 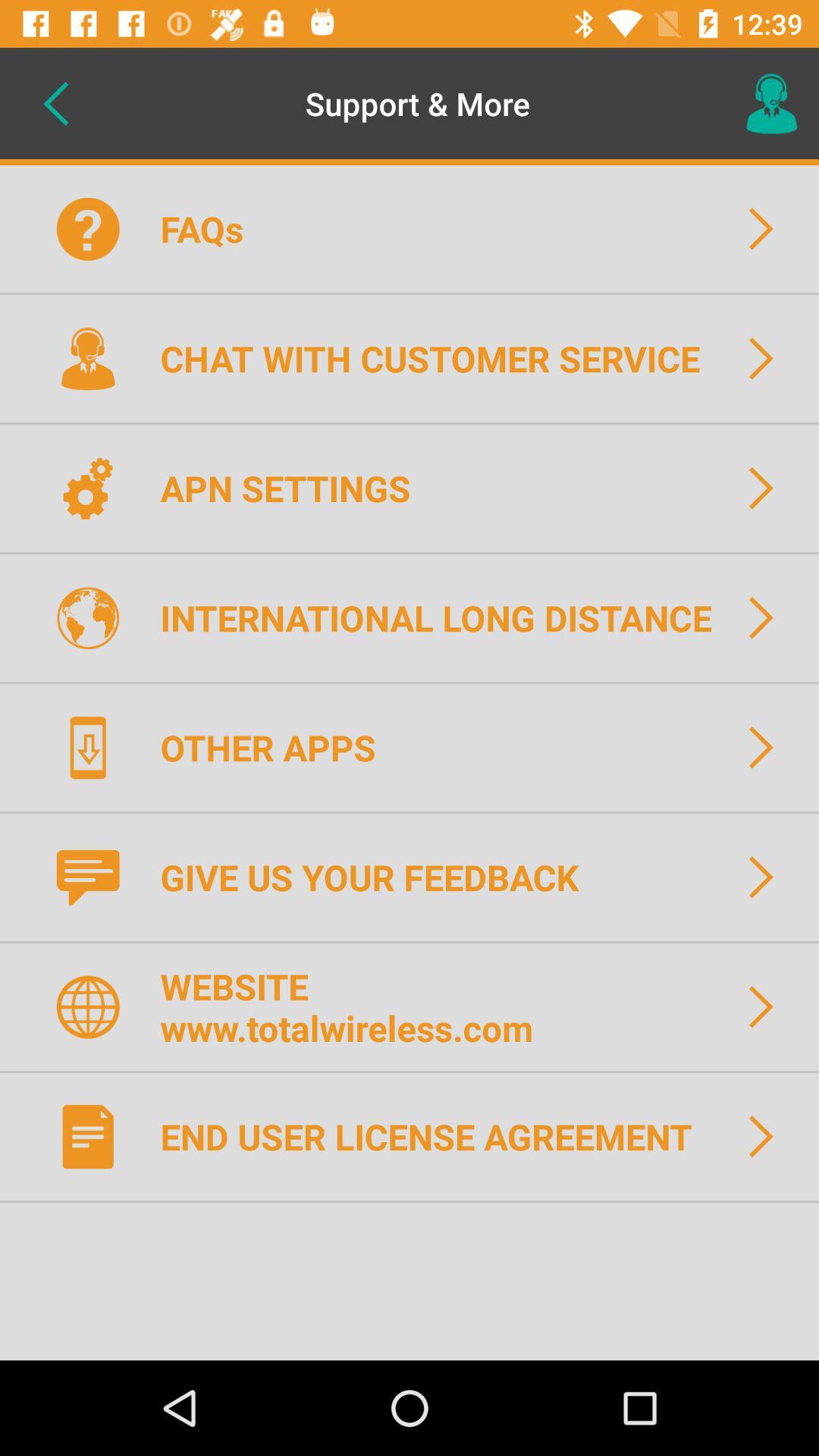 I want to click on the website www totalwireless icon, so click(x=356, y=1007).